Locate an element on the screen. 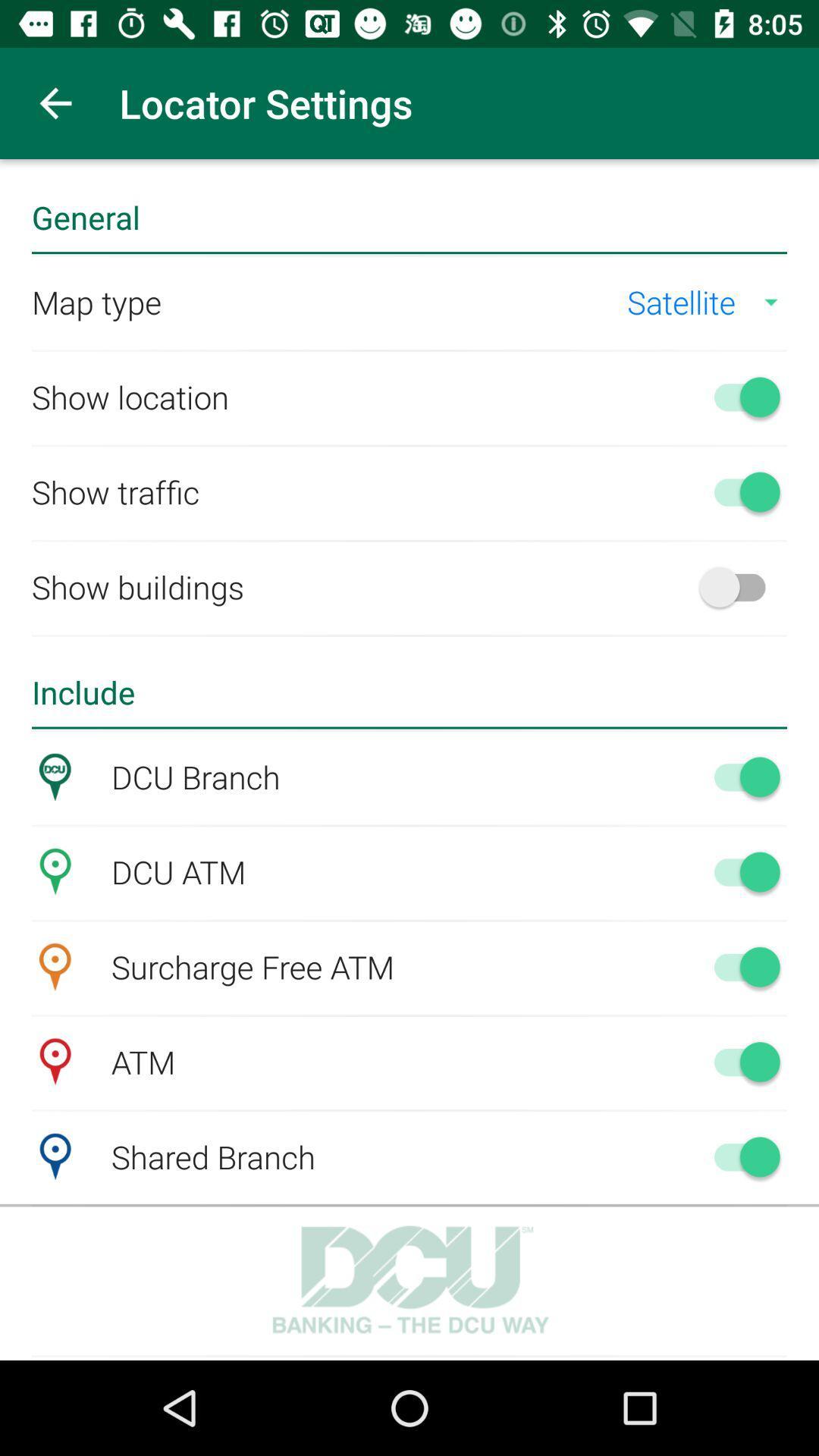 This screenshot has height=1456, width=819. toggles option on and off is located at coordinates (739, 871).